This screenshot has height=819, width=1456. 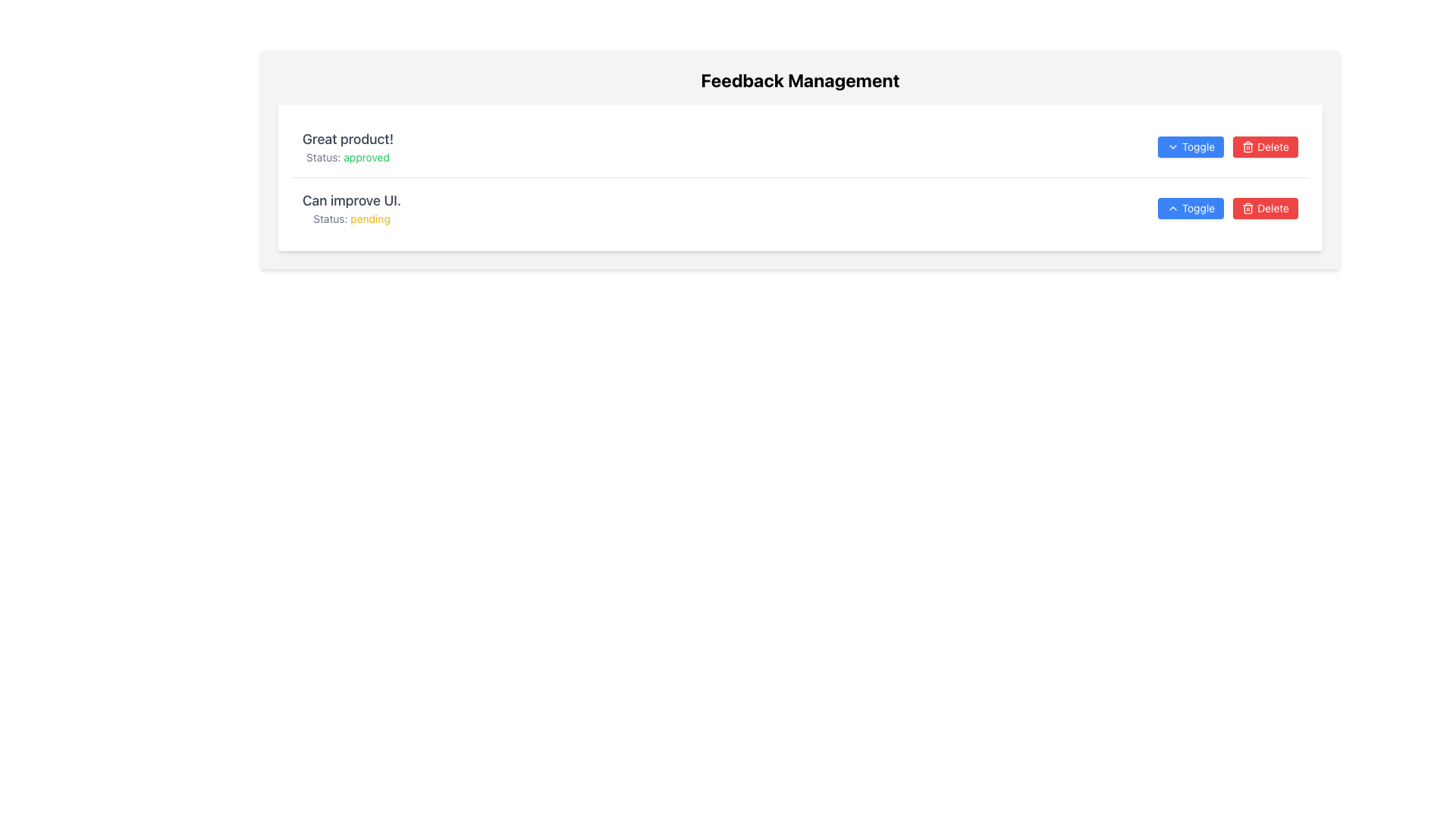 What do you see at coordinates (1248, 208) in the screenshot?
I see `the red trash bin icon located to the left of the 'Delete' button in the feedback entry row` at bounding box center [1248, 208].